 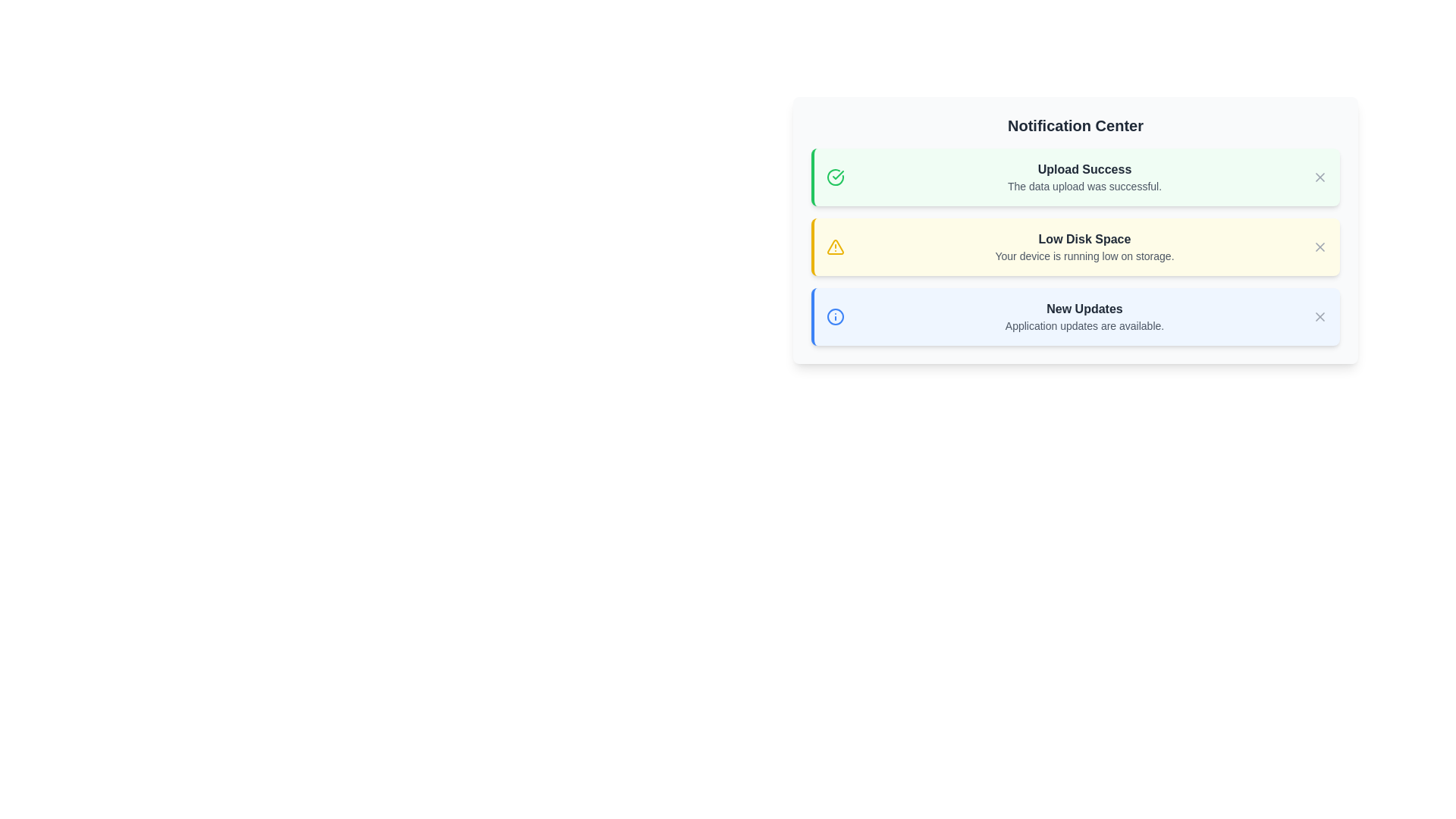 I want to click on the dismiss button located in the top-right corner of the 'Upload Success' notification card, so click(x=1319, y=177).